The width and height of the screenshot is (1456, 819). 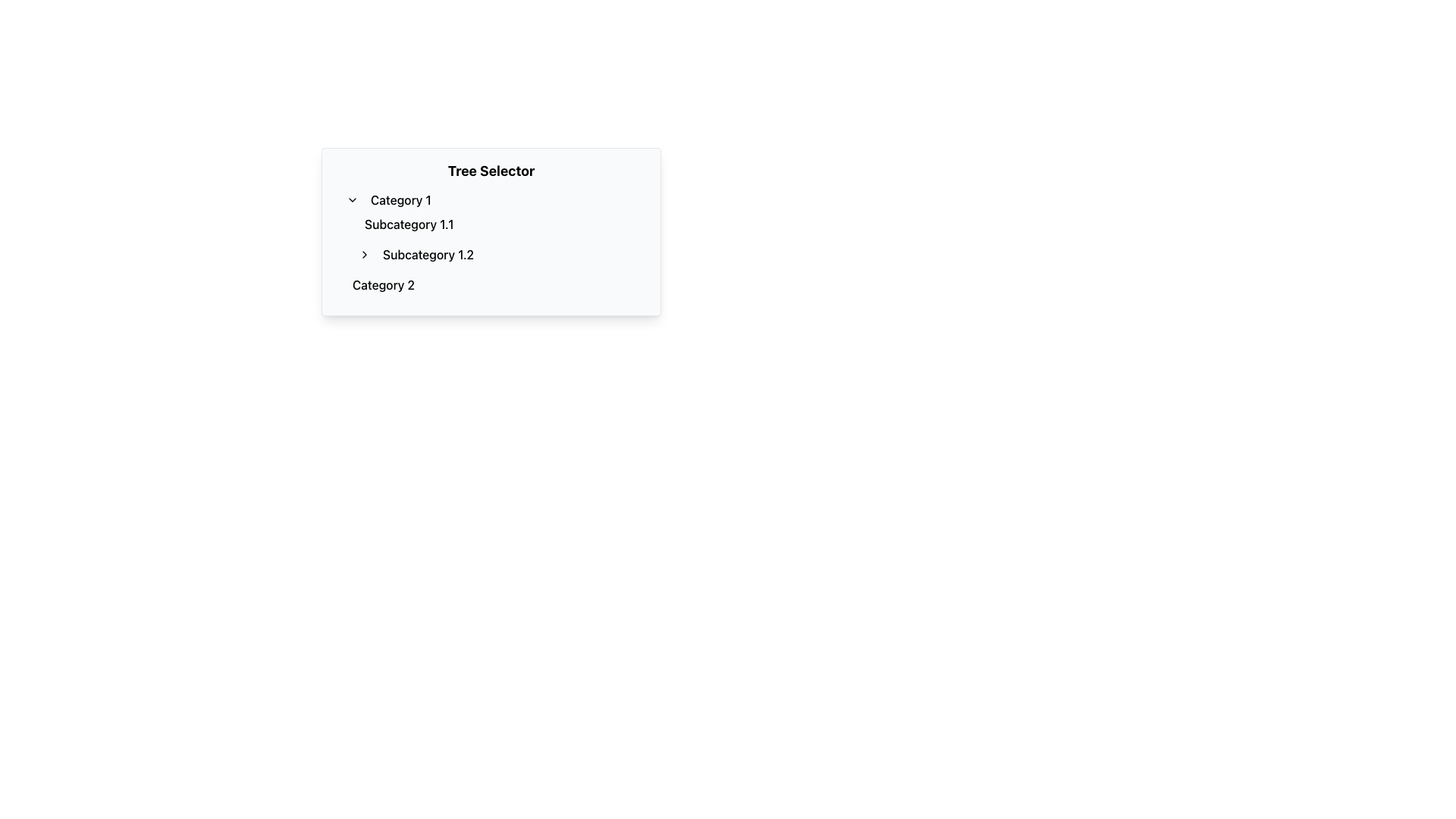 I want to click on the text link labeled 'Subcategory 1.2', so click(x=428, y=253).